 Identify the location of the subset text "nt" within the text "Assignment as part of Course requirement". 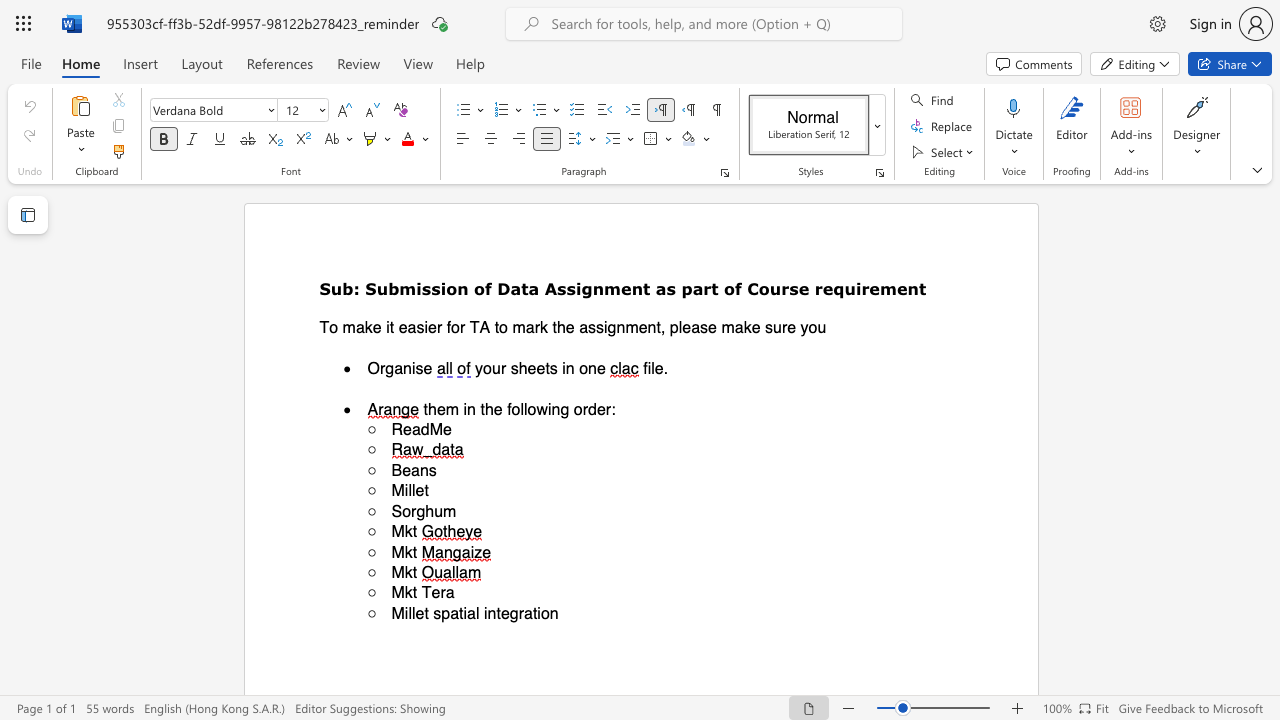
(906, 288).